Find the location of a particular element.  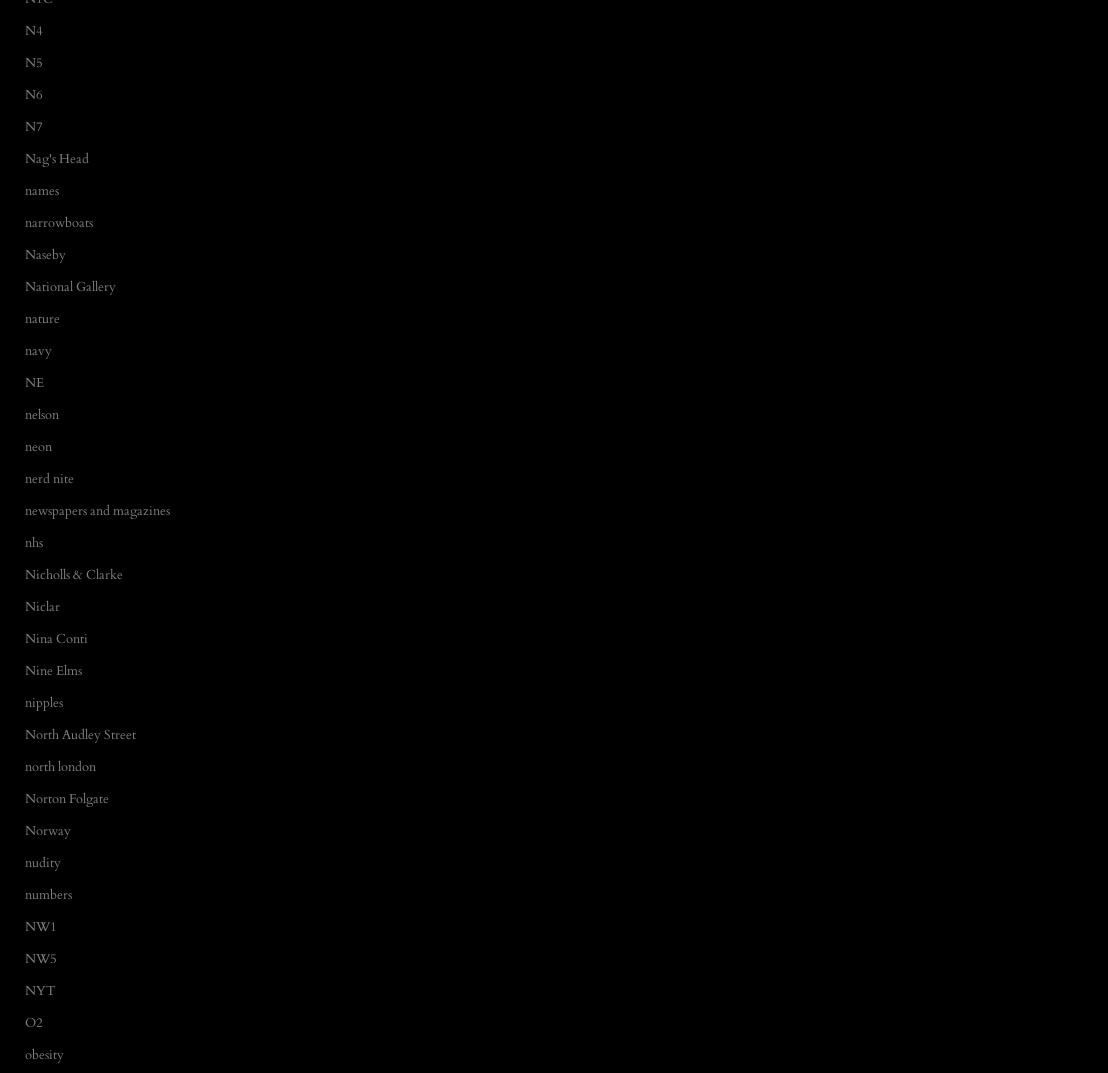

'N6' is located at coordinates (34, 93).